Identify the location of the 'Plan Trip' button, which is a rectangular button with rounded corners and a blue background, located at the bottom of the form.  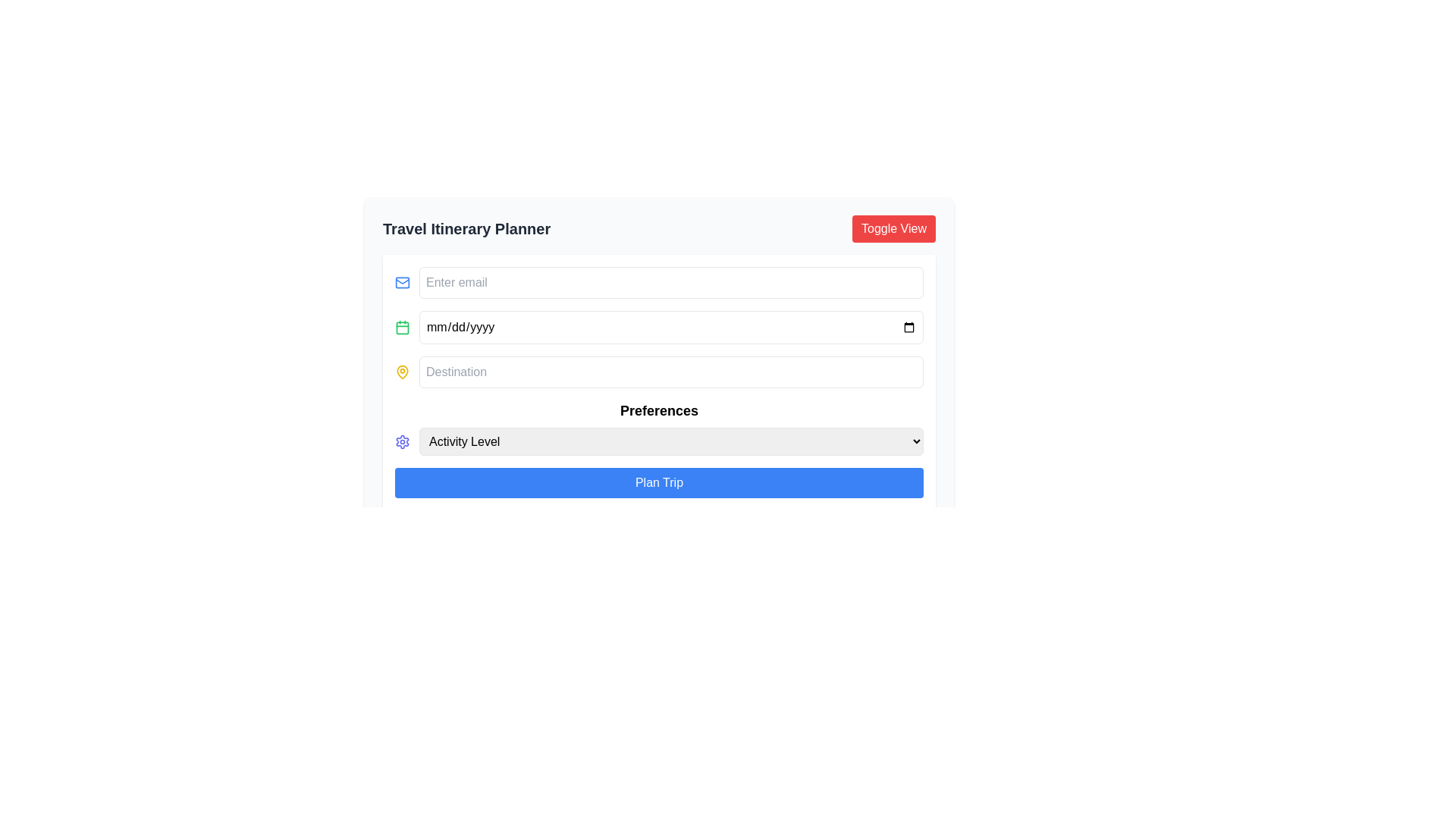
(659, 482).